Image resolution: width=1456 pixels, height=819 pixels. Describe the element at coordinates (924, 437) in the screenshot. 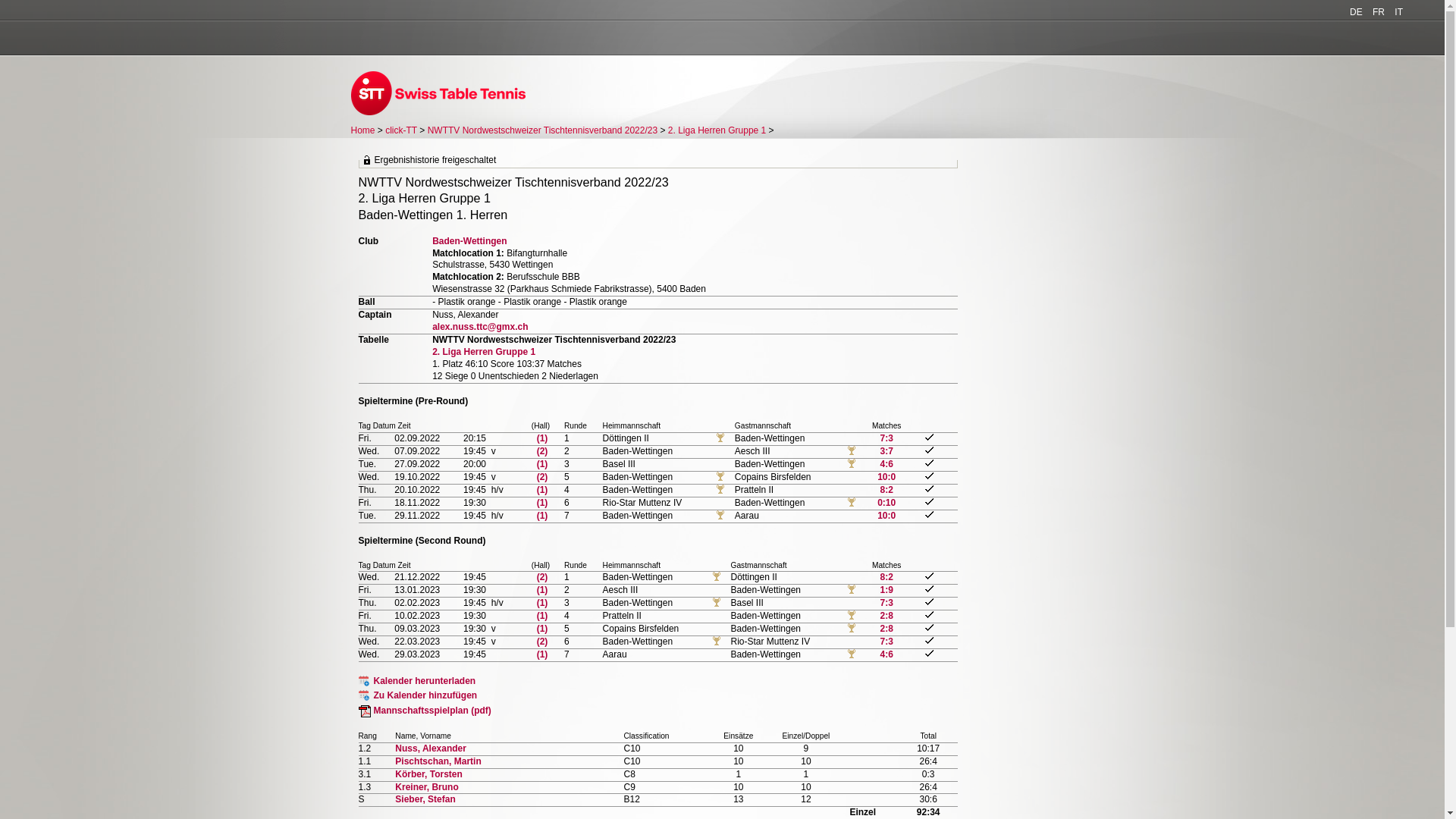

I see `'Spielbericht genehmigt'` at that location.